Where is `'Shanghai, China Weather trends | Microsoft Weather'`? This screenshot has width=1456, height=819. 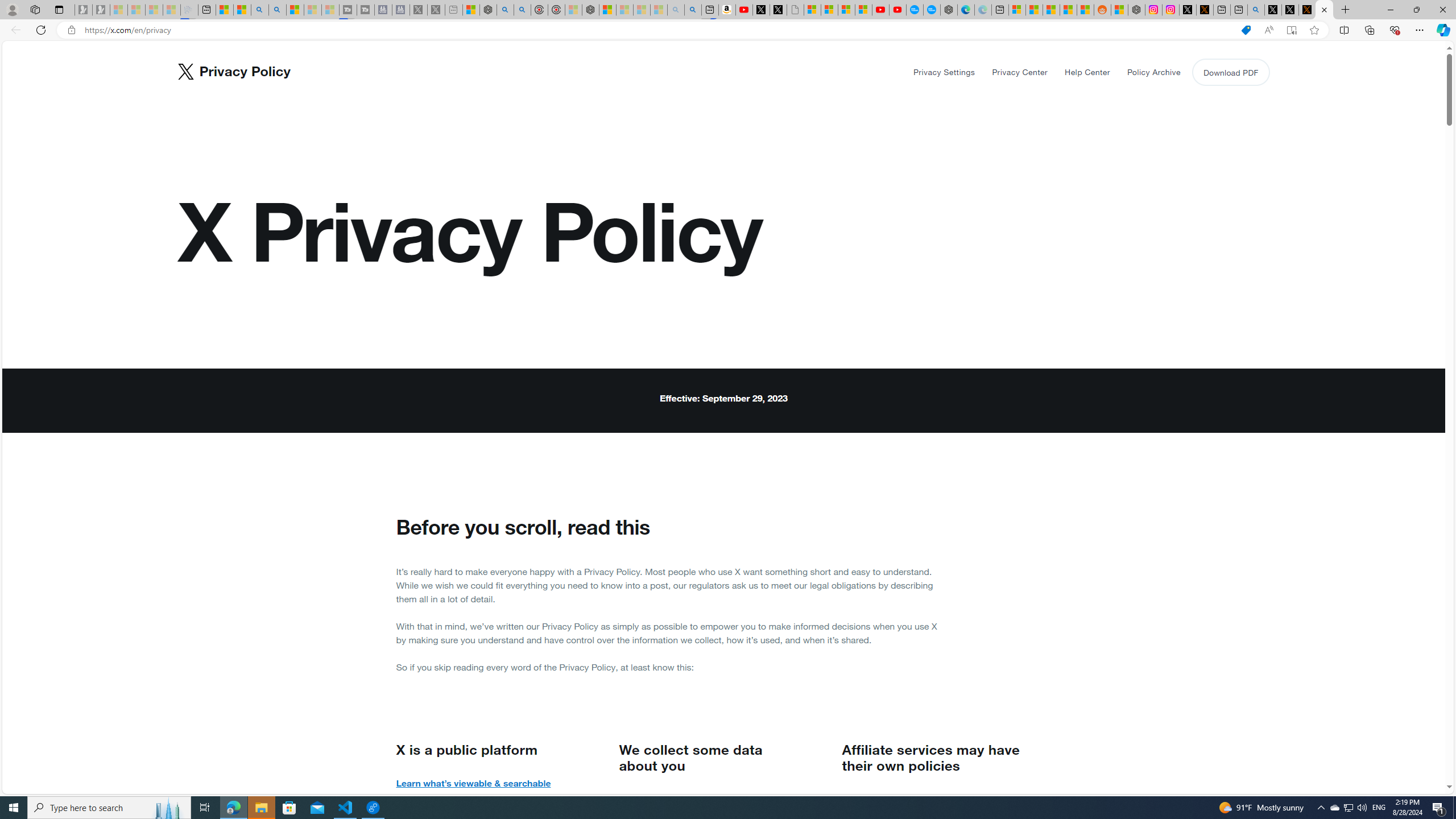 'Shanghai, China Weather trends | Microsoft Weather' is located at coordinates (1085, 9).